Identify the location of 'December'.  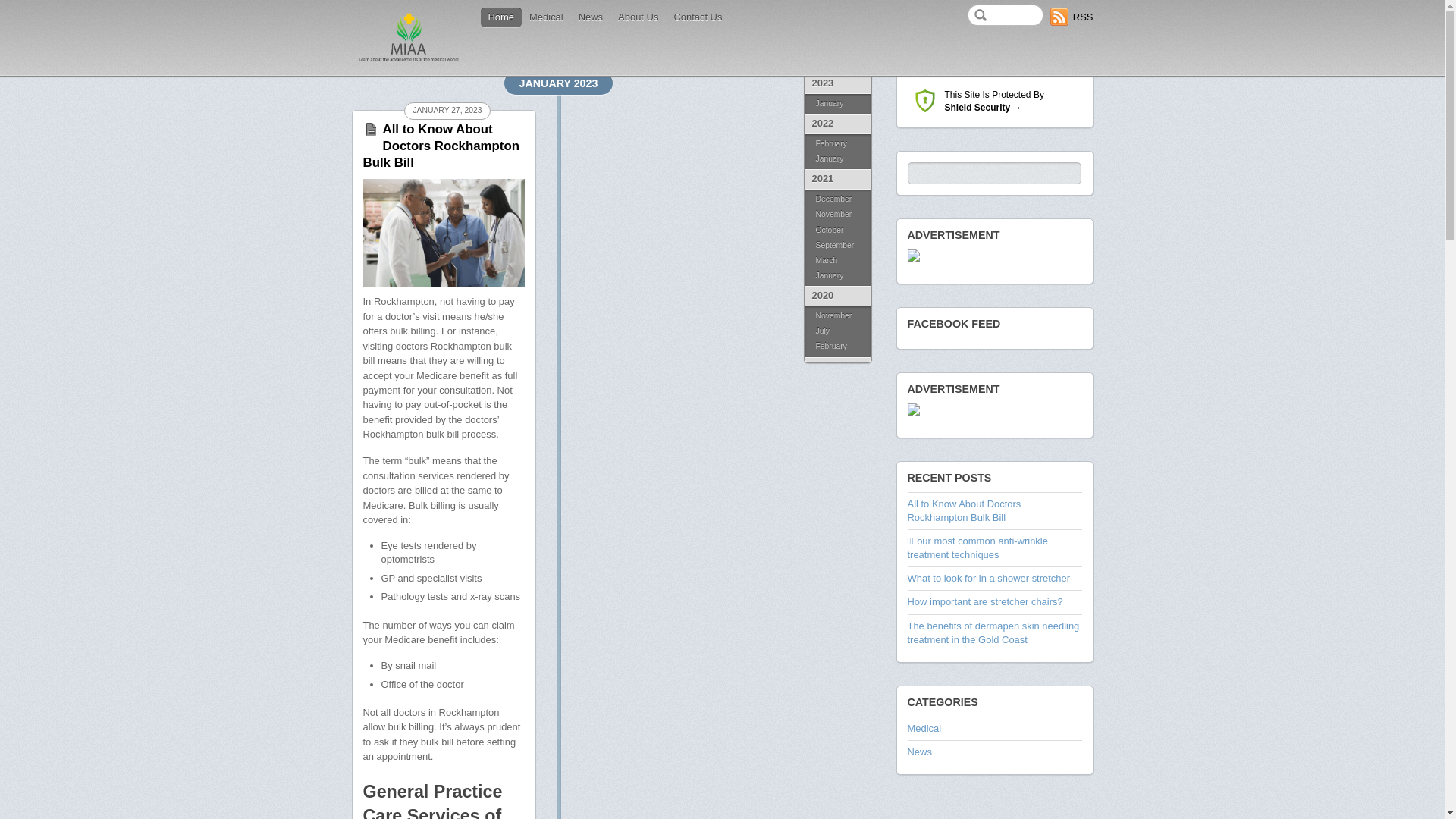
(836, 197).